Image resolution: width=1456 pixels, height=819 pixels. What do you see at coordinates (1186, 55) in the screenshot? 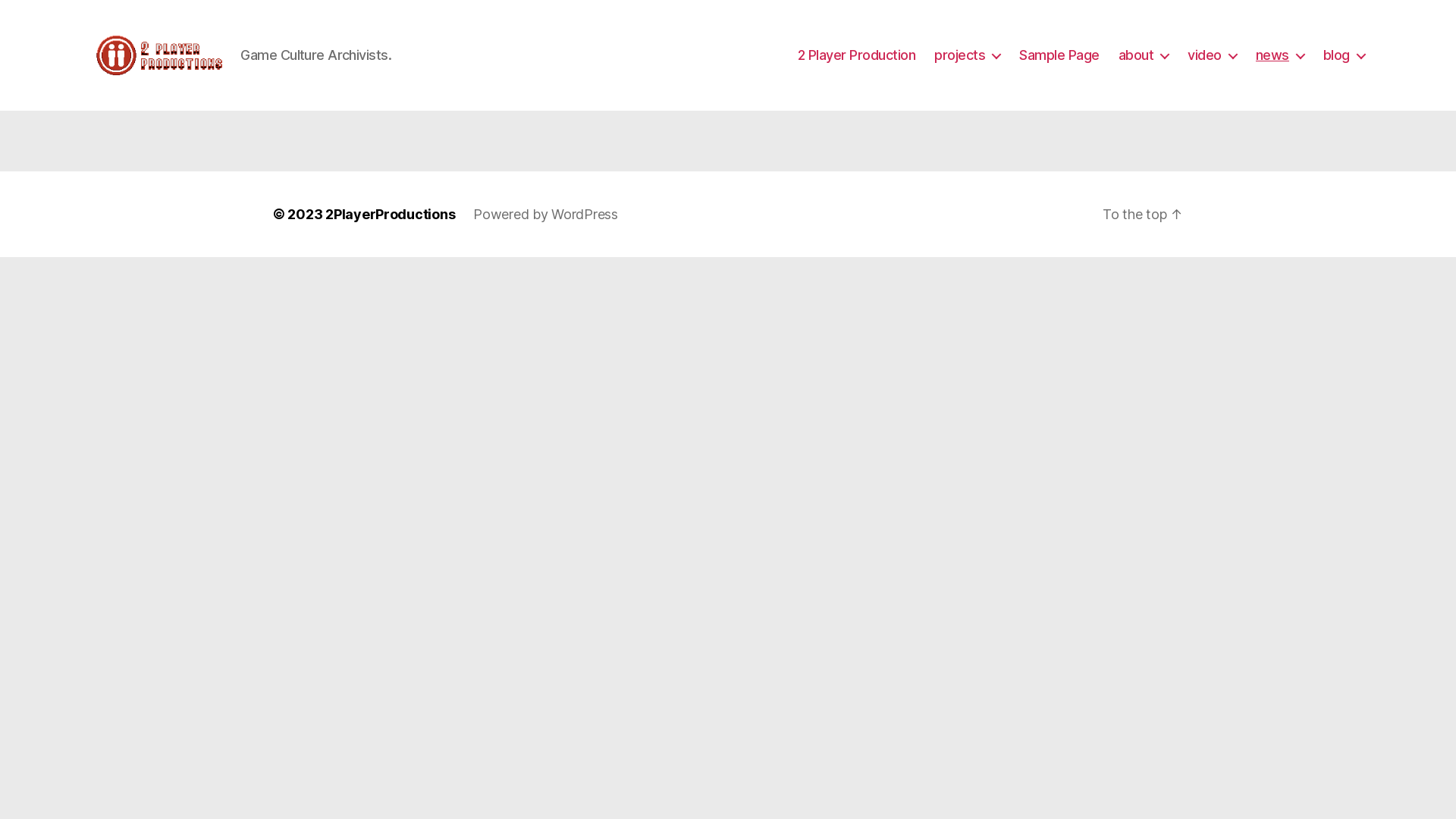
I see `'video'` at bounding box center [1186, 55].